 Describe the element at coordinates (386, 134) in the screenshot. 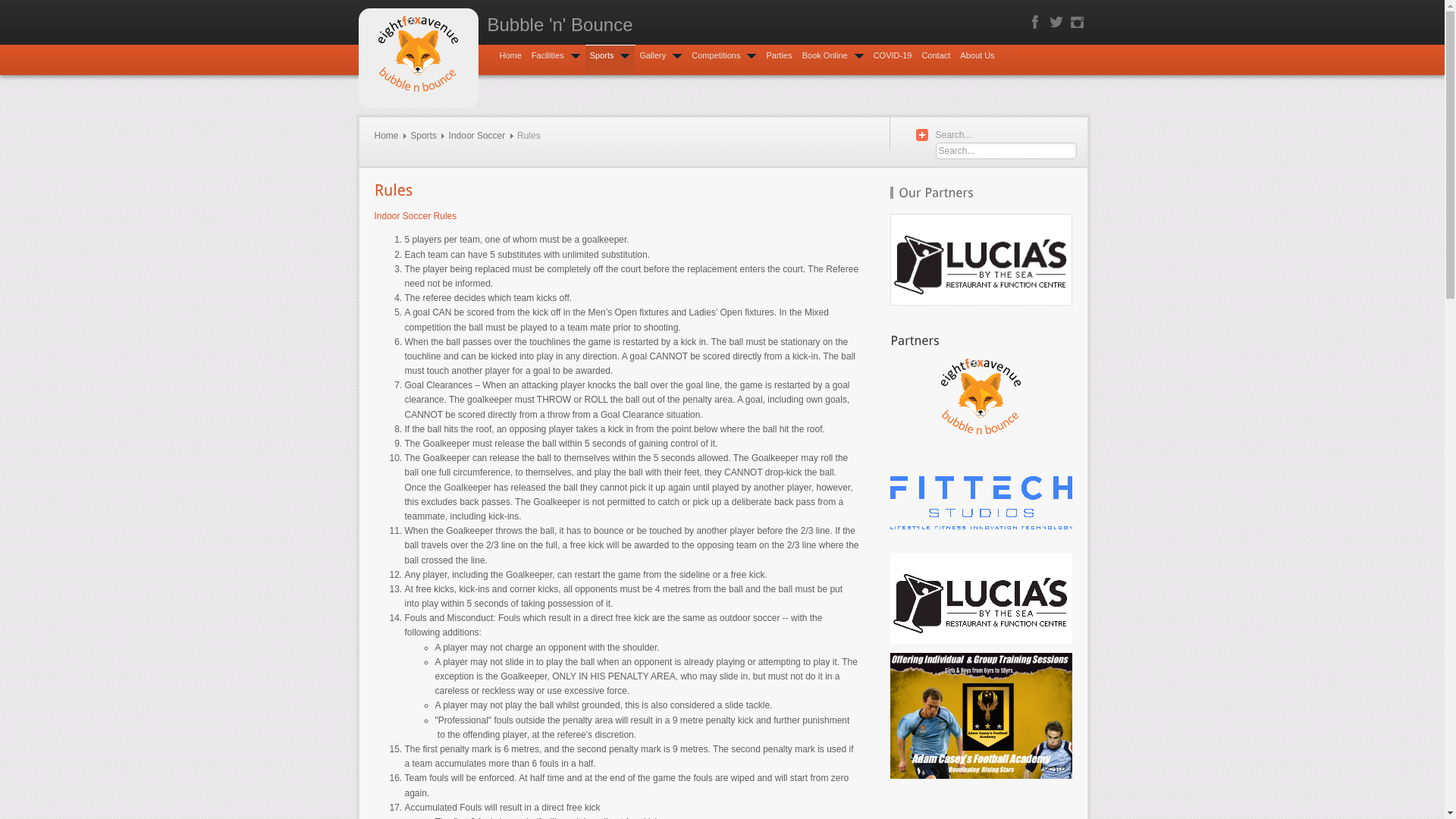

I see `'Home'` at that location.